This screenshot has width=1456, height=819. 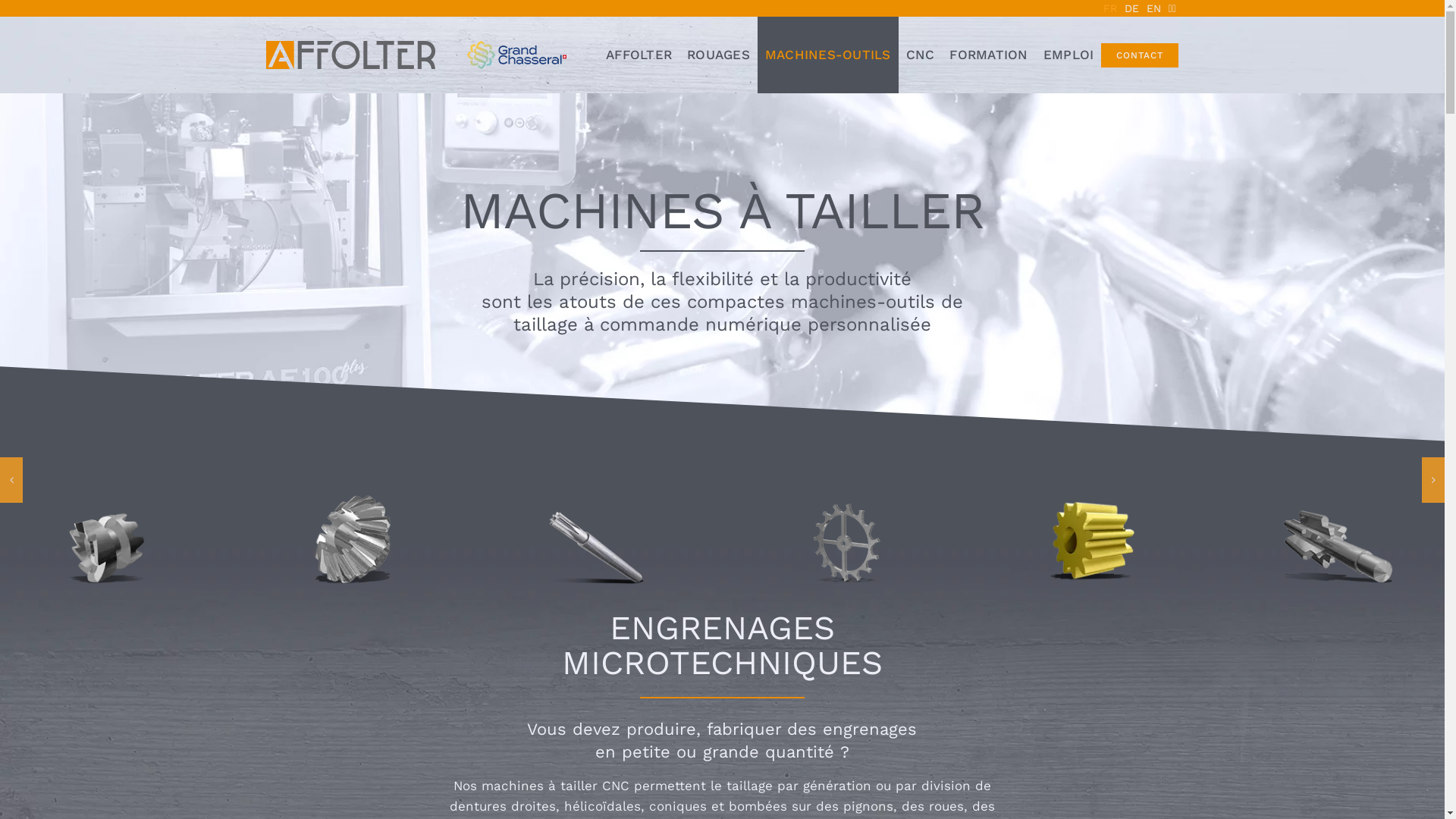 I want to click on 'CNC', so click(x=899, y=54).